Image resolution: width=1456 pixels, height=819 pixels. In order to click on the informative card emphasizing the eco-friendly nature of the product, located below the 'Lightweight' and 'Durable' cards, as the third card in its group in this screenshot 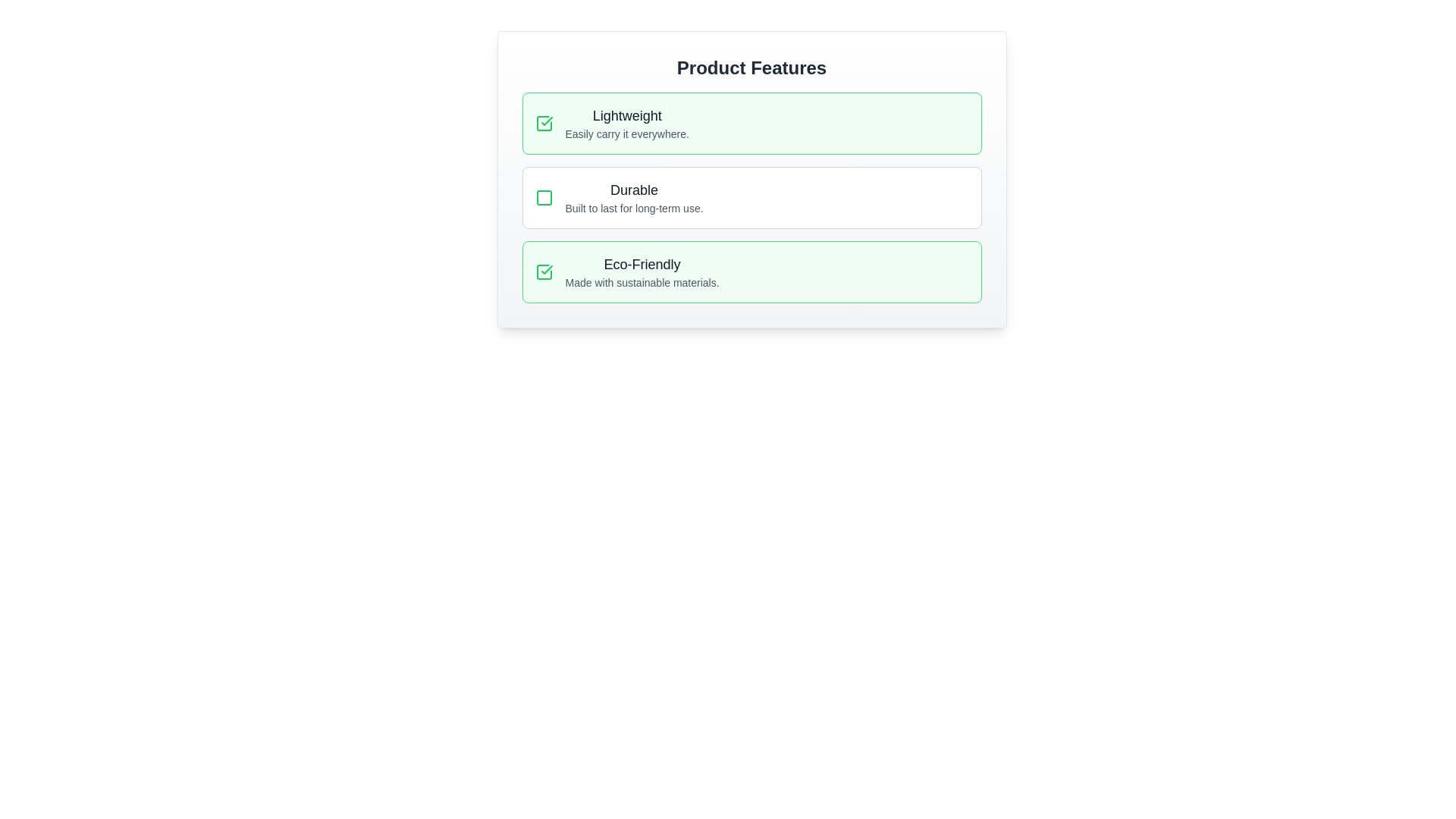, I will do `click(752, 271)`.